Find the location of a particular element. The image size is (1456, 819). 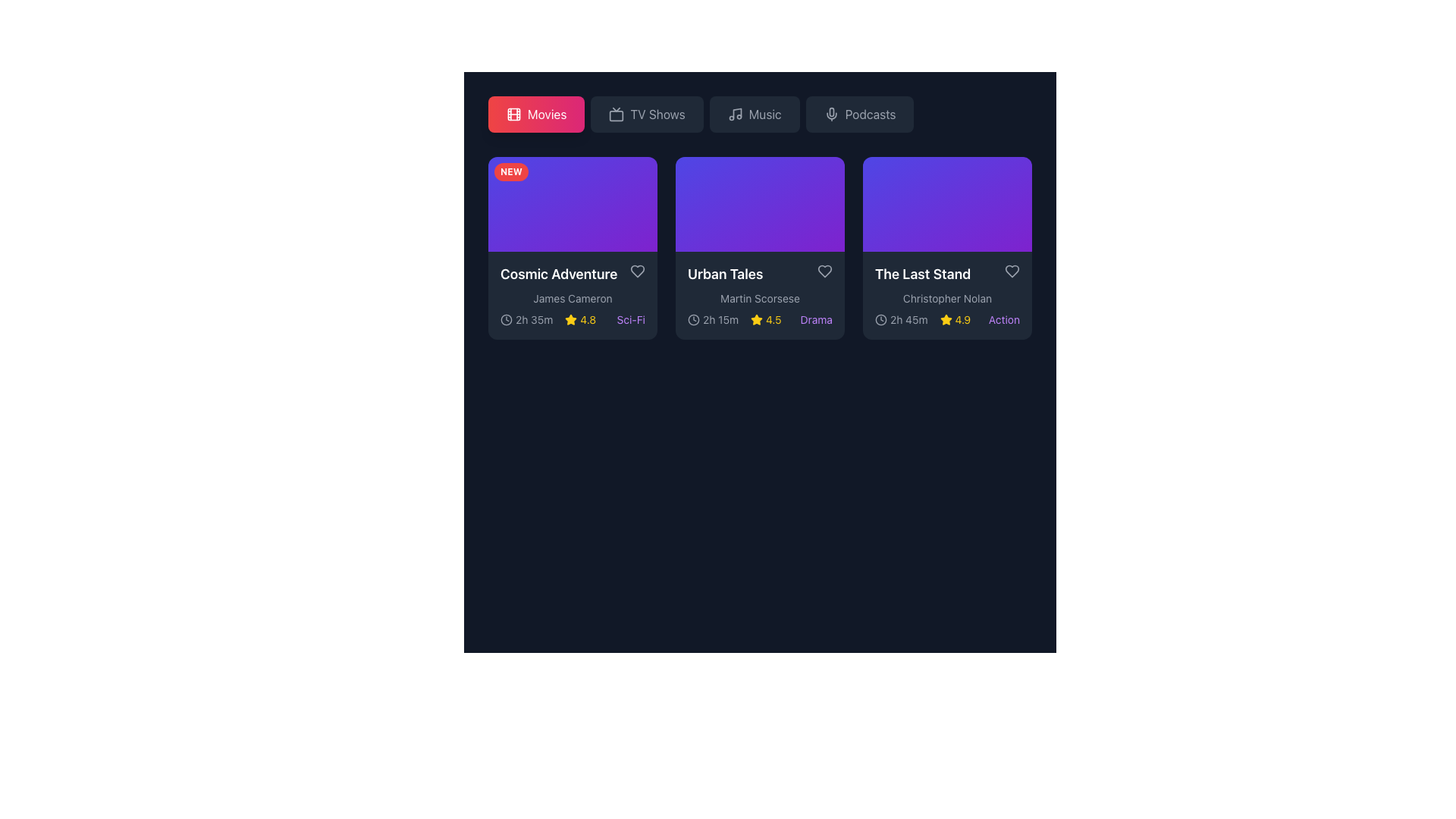

the vertical line of the musical note icon within the 'Music' tab in the upper navigation bar by performing a placeholder action for SVG interactions is located at coordinates (737, 112).